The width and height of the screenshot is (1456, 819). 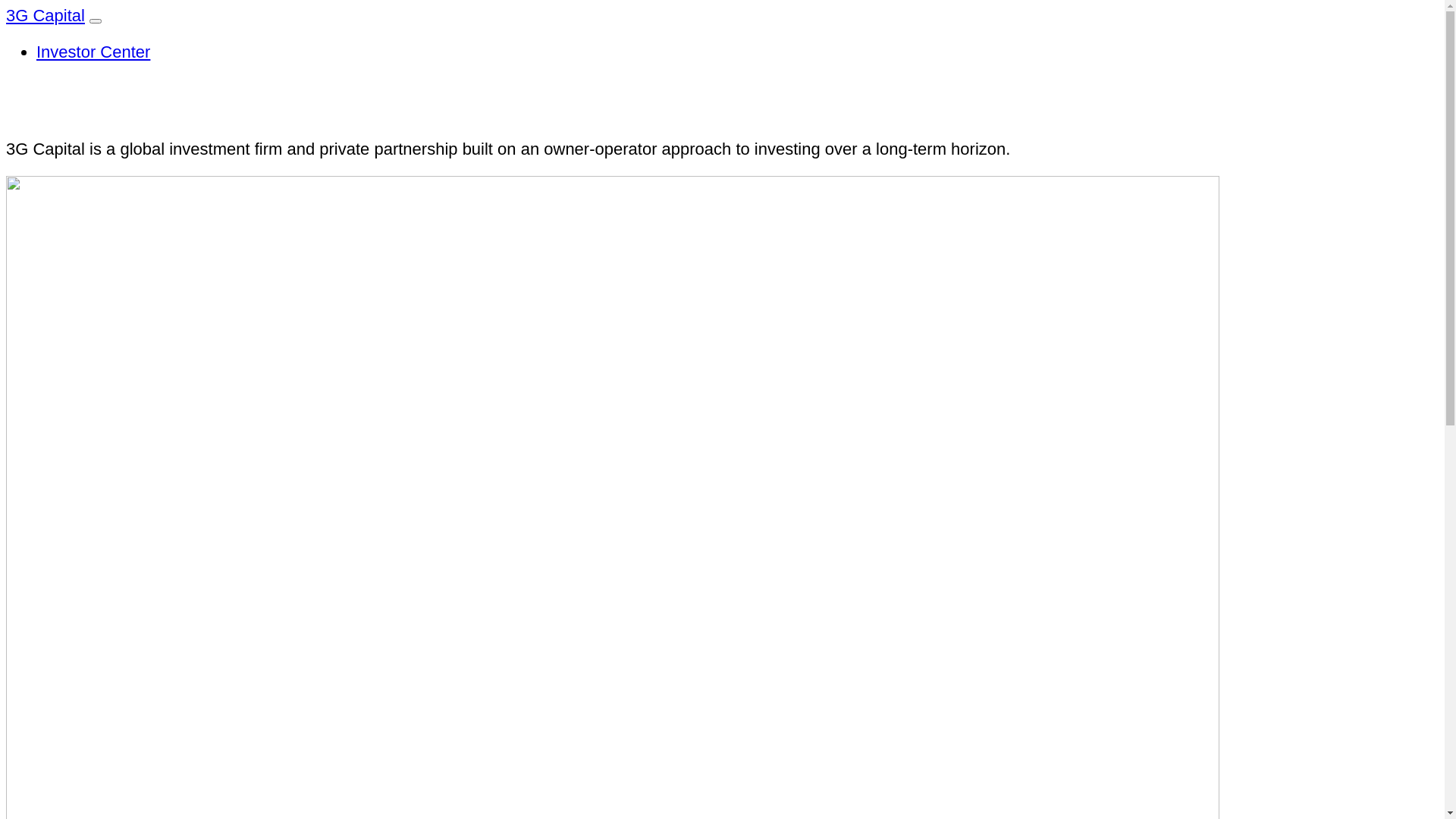 I want to click on 'Investor Center', so click(x=93, y=51).